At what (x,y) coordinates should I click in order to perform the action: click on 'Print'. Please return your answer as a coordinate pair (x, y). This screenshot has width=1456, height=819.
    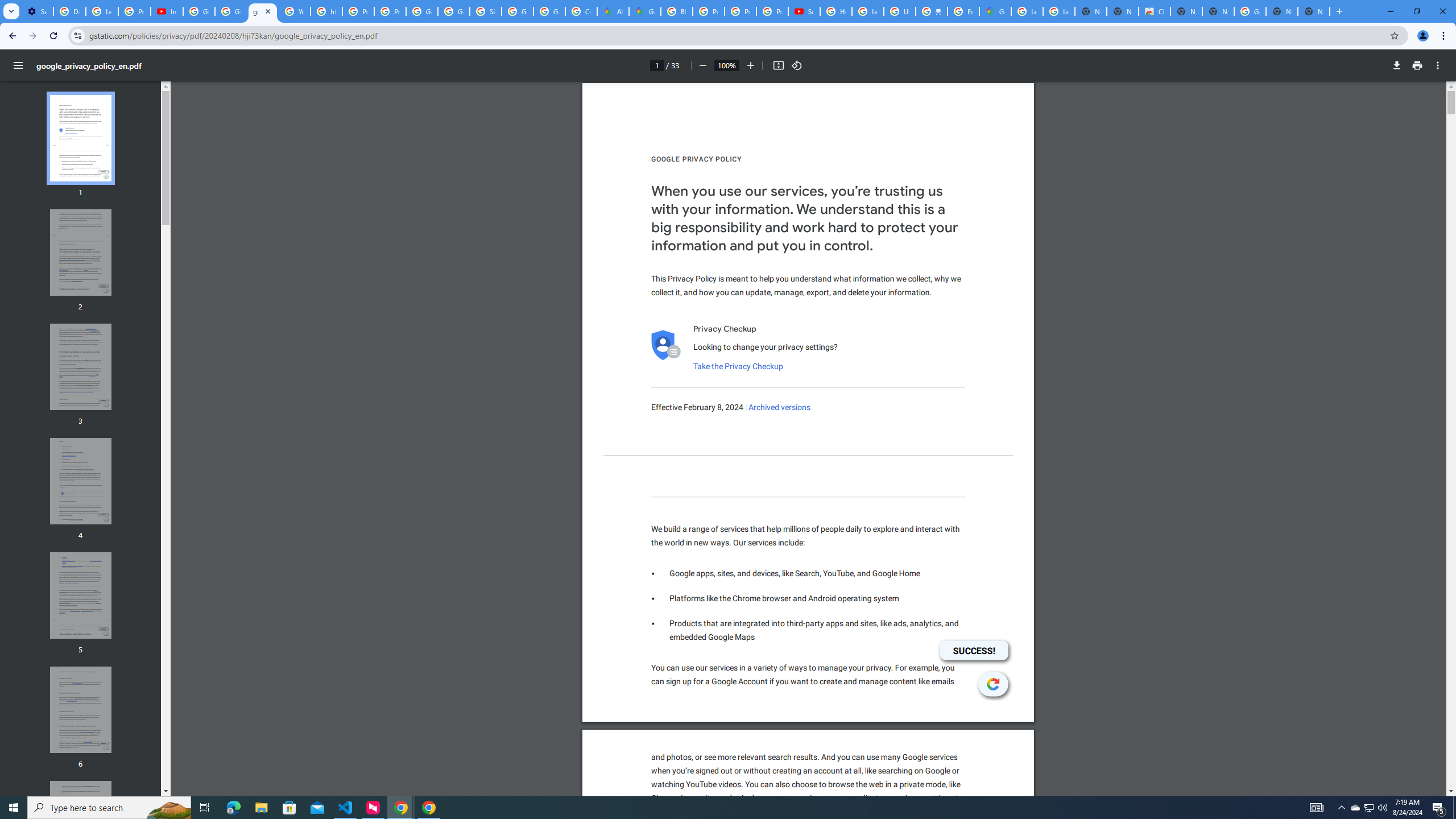
    Looking at the image, I should click on (1417, 65).